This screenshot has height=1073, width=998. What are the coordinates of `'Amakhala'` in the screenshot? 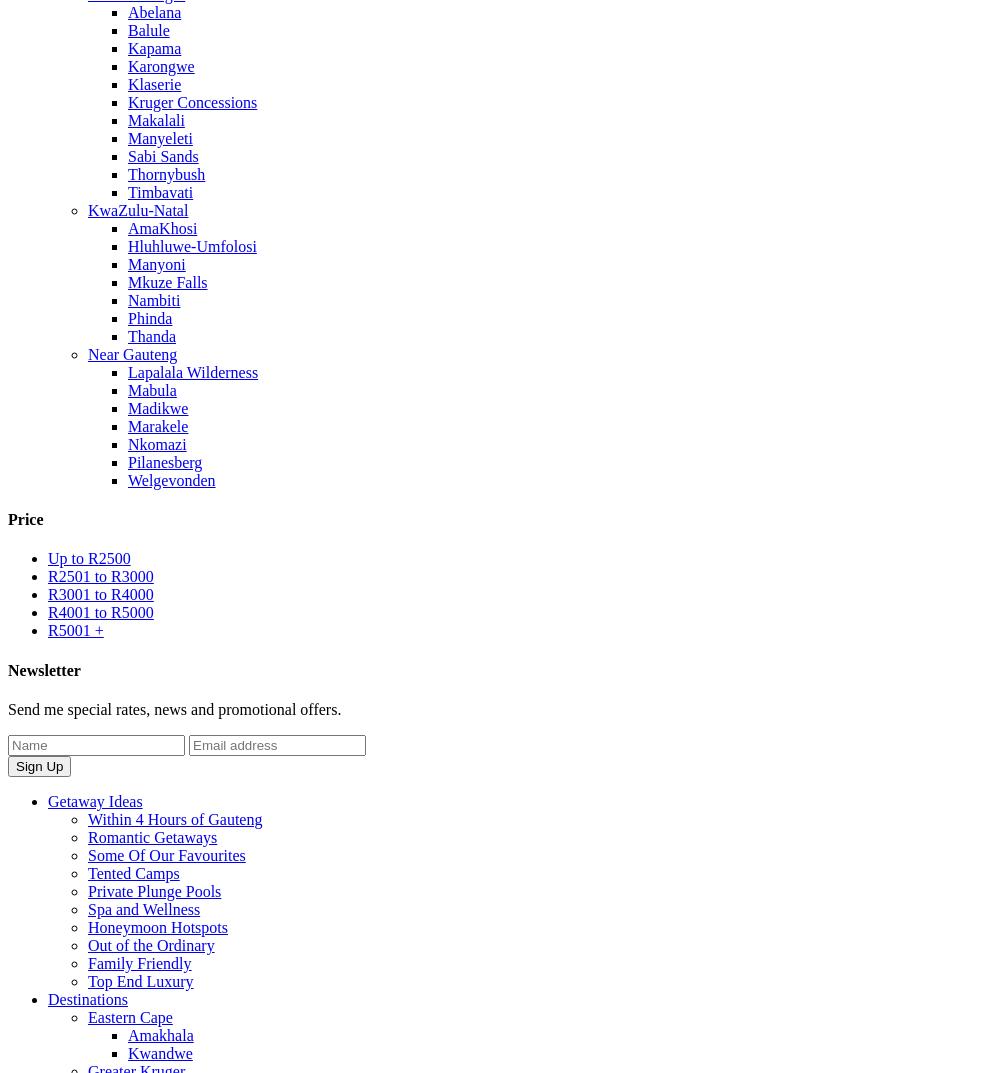 It's located at (128, 1035).